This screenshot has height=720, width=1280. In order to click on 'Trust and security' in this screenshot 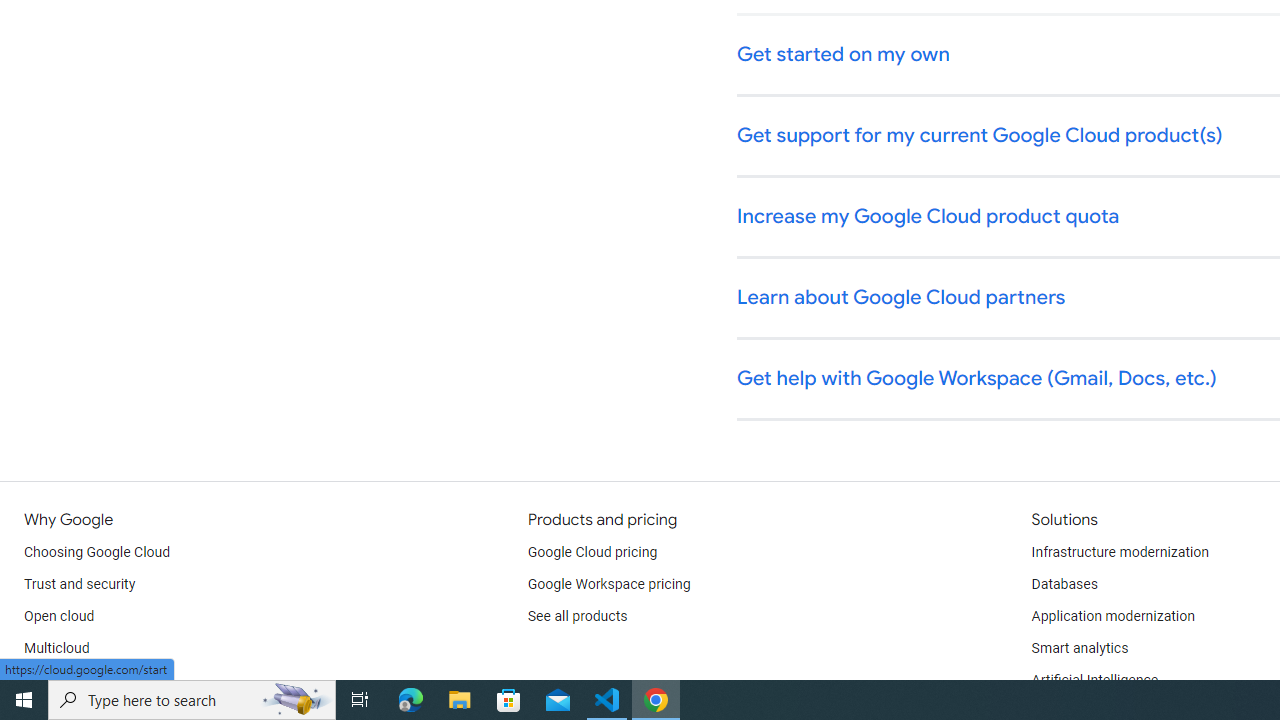, I will do `click(80, 585)`.